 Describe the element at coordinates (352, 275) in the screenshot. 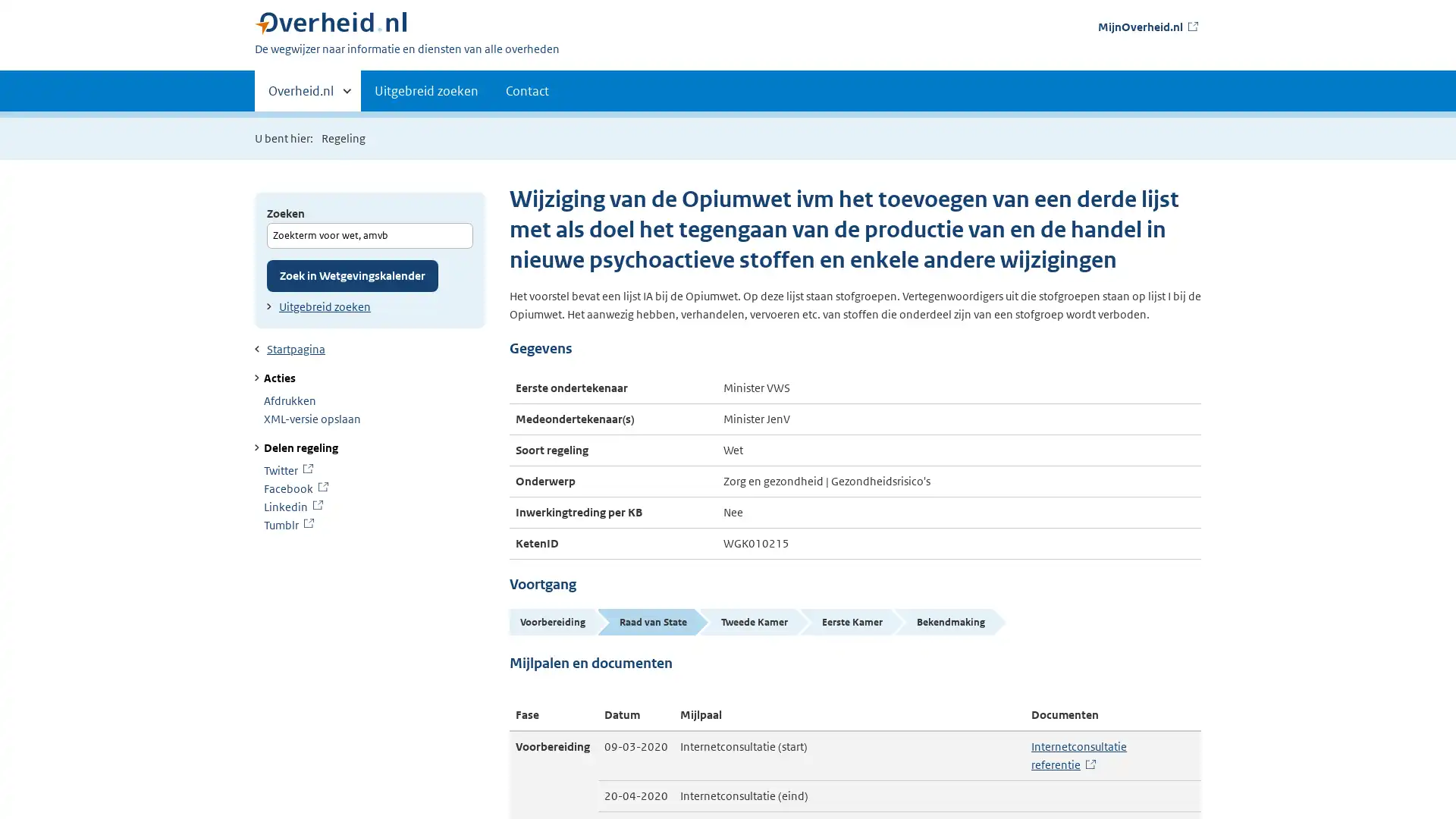

I see `Zoek in Wetgevingskalender` at that location.